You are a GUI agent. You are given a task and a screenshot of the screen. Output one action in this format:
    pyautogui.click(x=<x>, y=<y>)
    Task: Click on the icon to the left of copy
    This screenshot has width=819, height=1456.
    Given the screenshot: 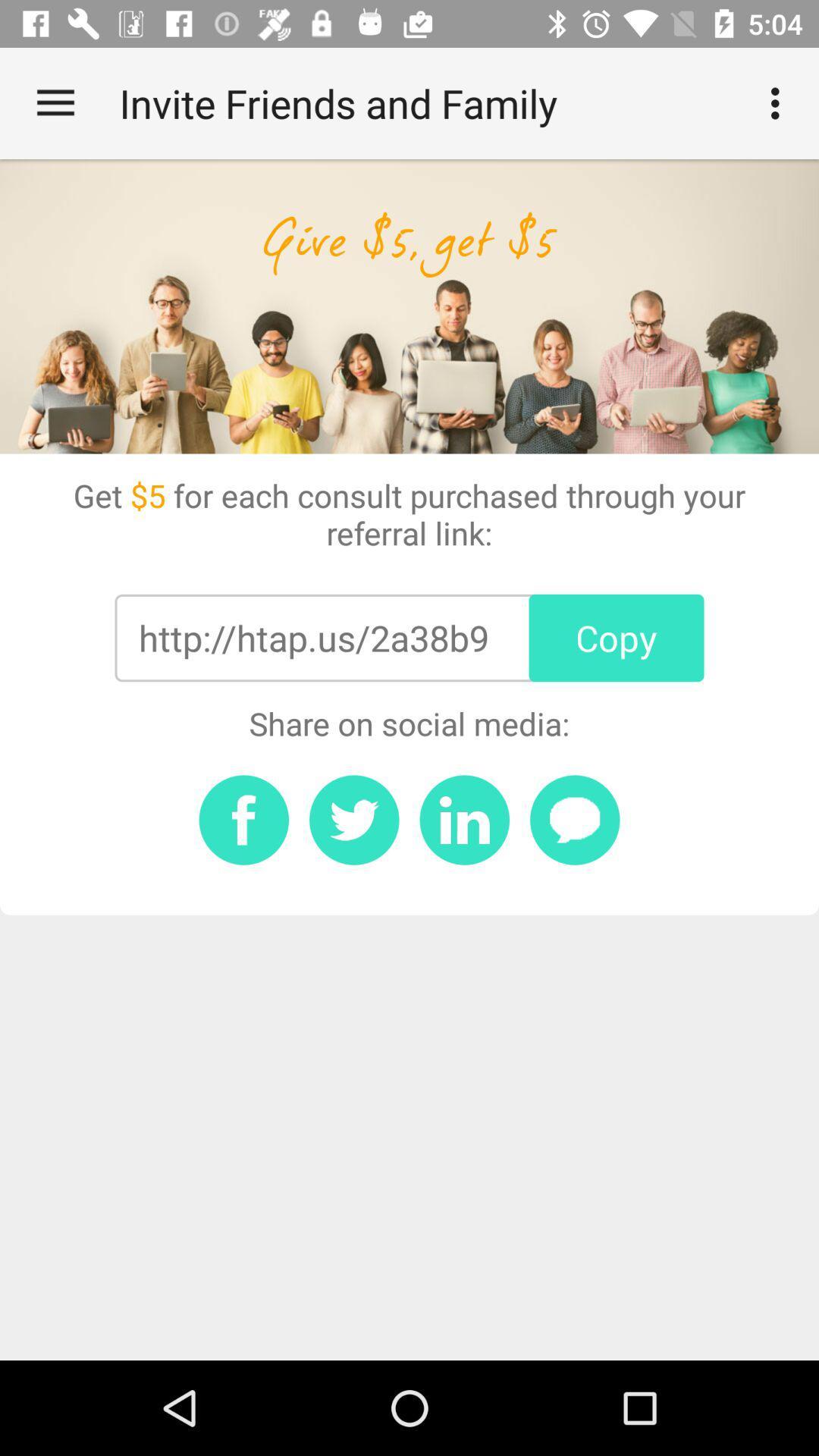 What is the action you would take?
    pyautogui.click(x=312, y=638)
    